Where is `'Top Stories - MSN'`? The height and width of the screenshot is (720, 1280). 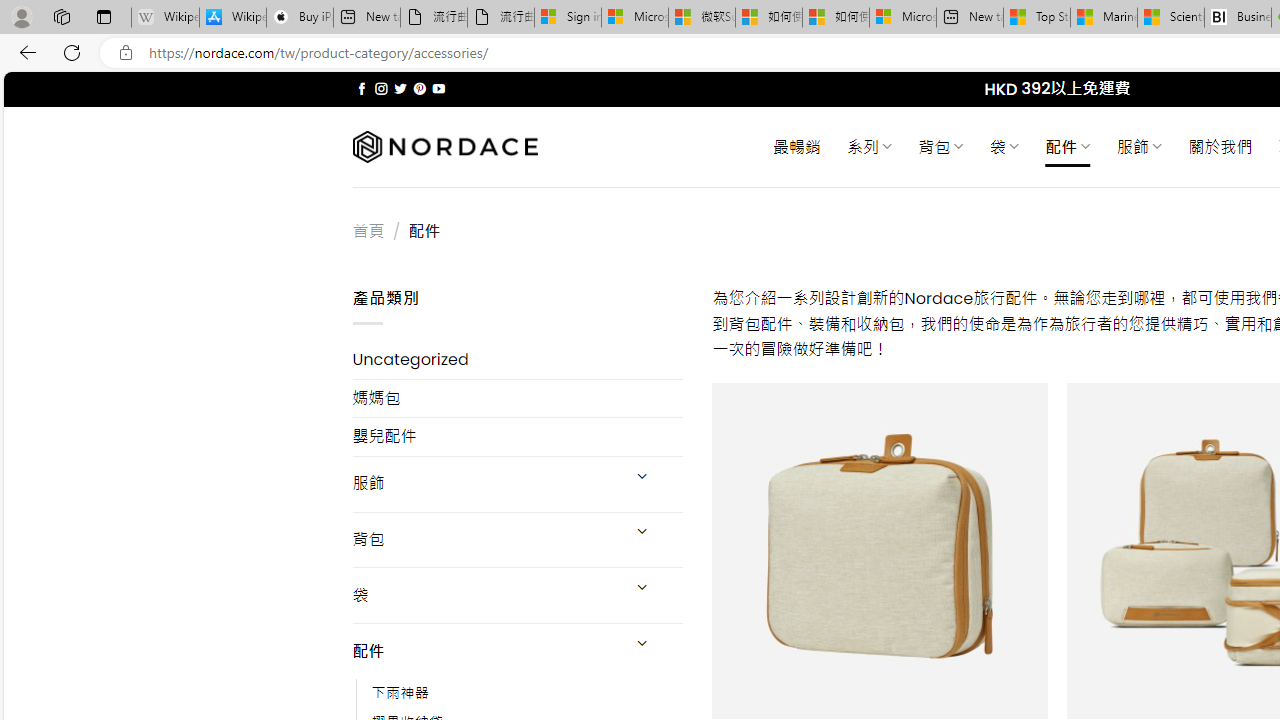
'Top Stories - MSN' is located at coordinates (1036, 17).